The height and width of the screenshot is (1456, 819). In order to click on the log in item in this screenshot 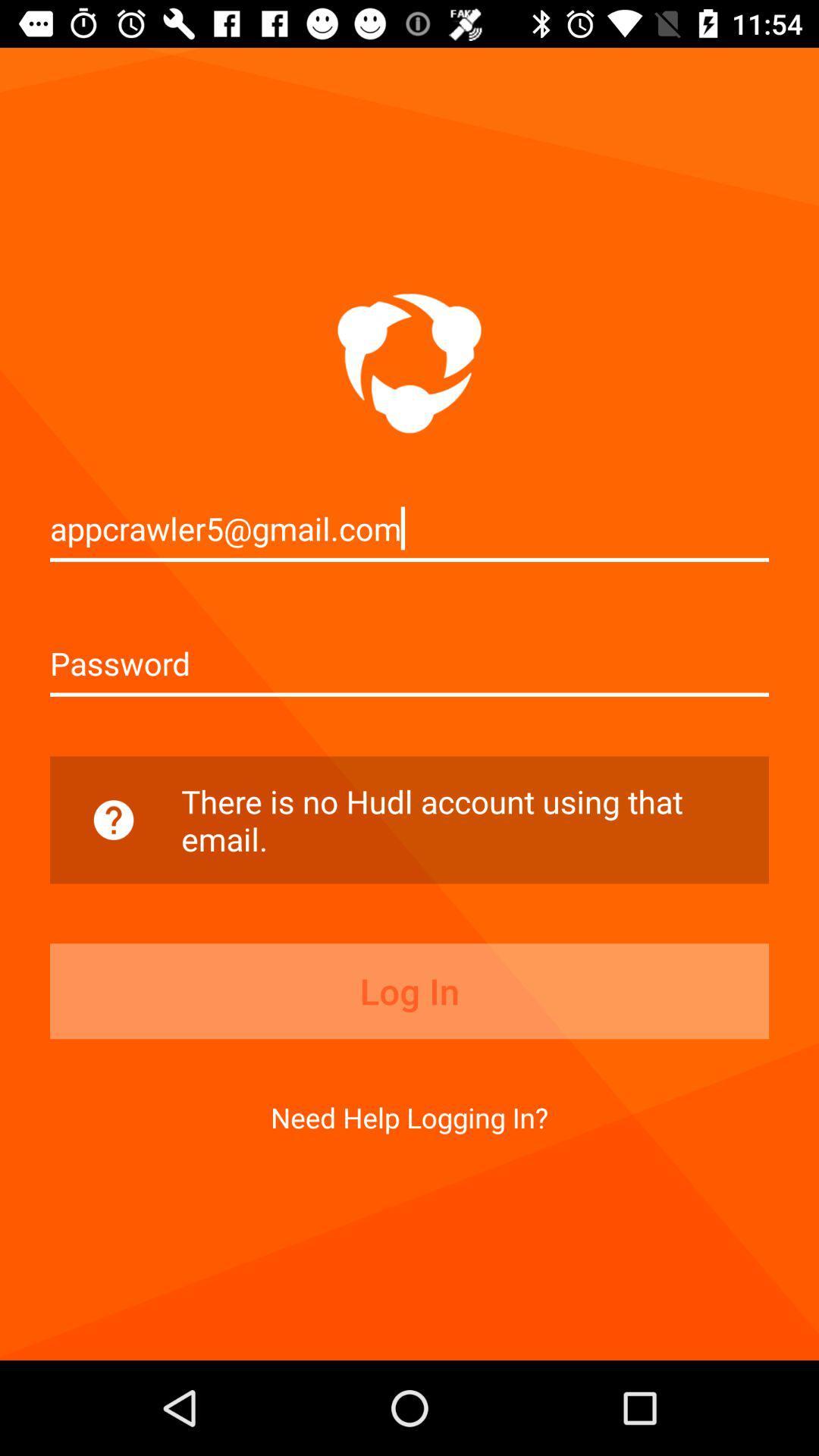, I will do `click(409, 991)`.